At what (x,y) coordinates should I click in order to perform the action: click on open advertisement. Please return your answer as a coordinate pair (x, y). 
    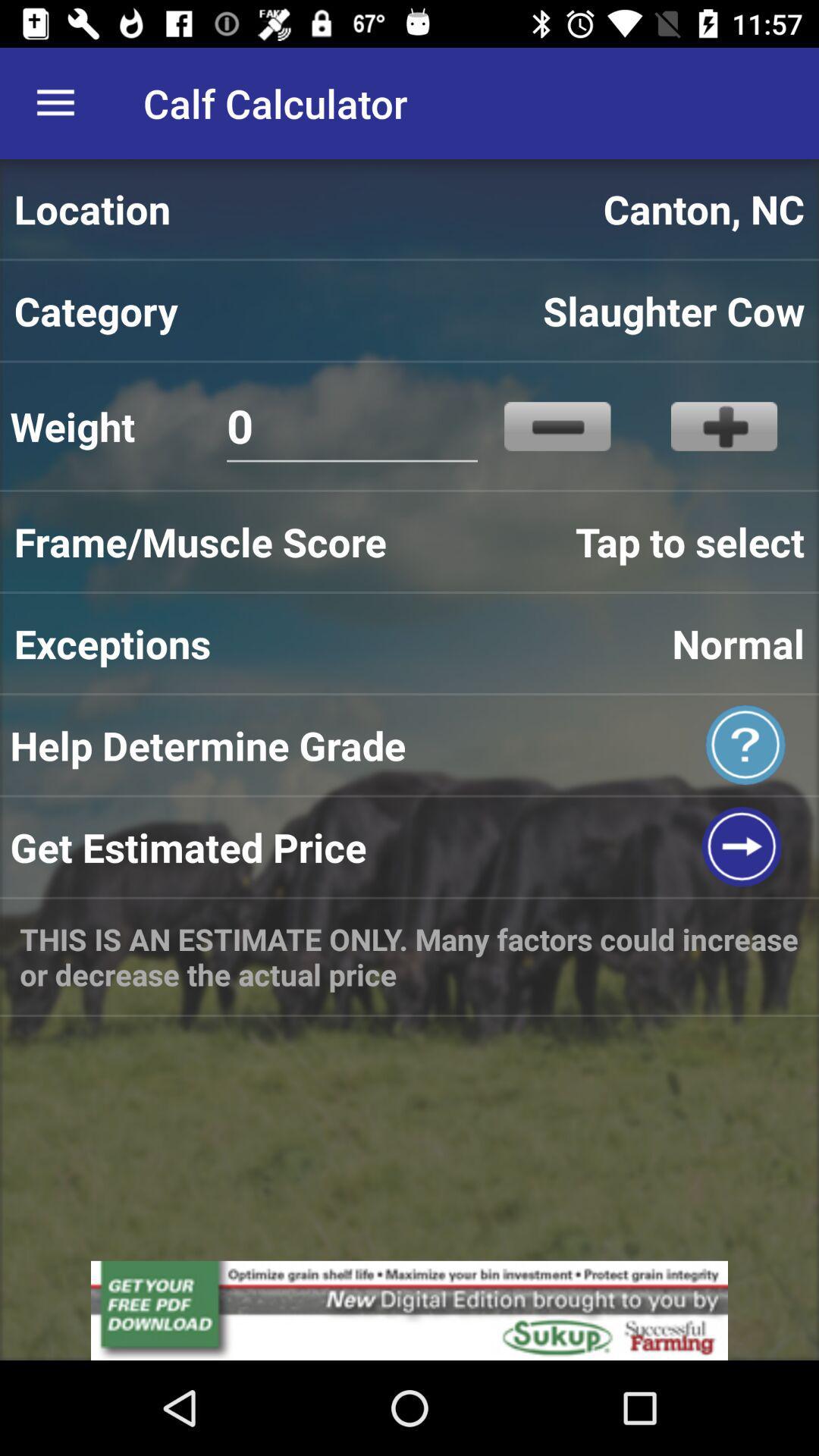
    Looking at the image, I should click on (409, 1310).